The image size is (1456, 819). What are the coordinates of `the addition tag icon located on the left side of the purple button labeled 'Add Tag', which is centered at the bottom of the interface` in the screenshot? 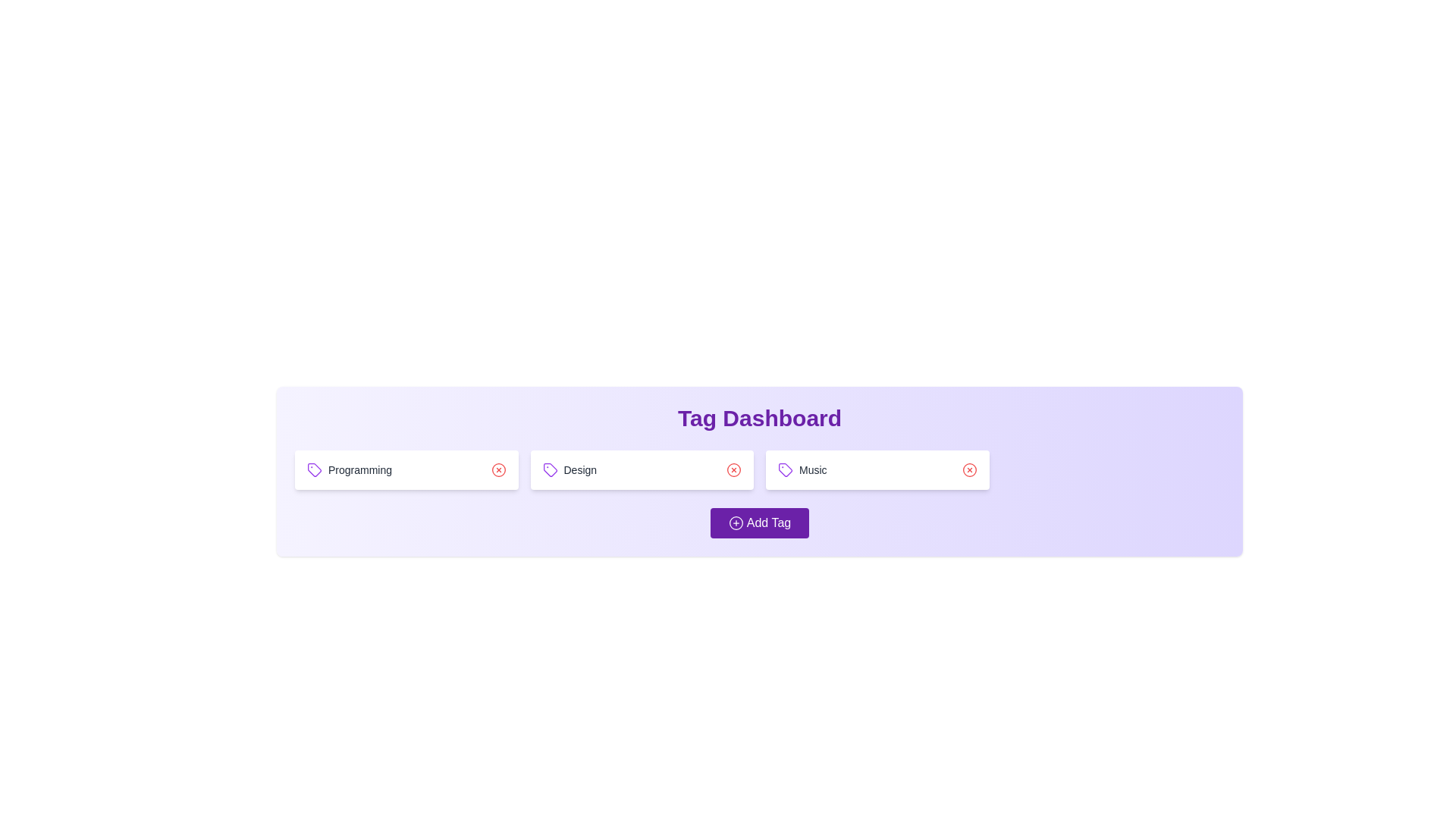 It's located at (736, 522).